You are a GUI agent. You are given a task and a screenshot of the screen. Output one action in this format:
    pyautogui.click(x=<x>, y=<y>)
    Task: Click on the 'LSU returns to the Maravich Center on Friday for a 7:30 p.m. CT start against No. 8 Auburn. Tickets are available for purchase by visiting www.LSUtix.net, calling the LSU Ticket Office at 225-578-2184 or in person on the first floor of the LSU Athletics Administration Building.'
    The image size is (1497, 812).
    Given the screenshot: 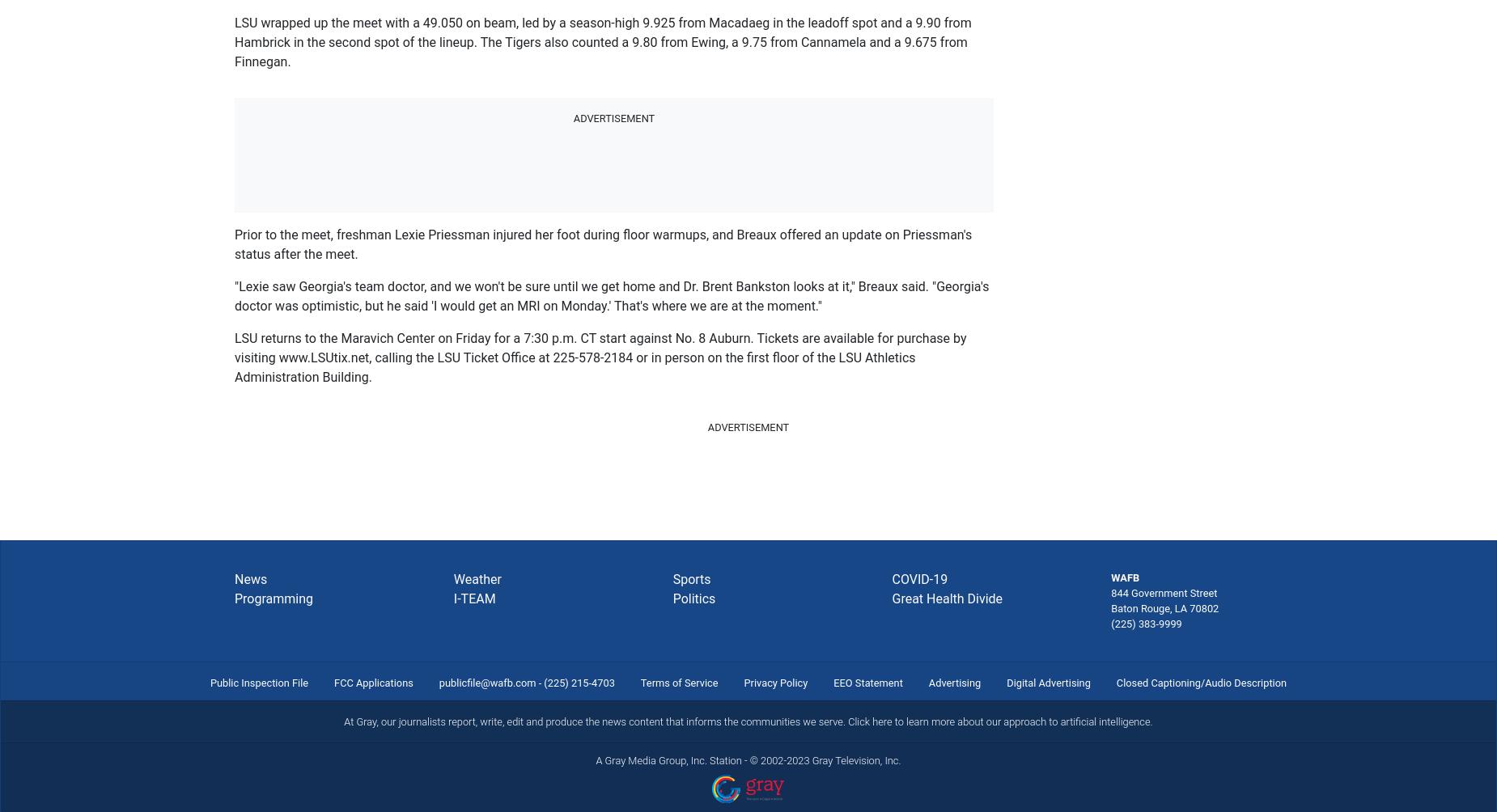 What is the action you would take?
    pyautogui.click(x=600, y=356)
    